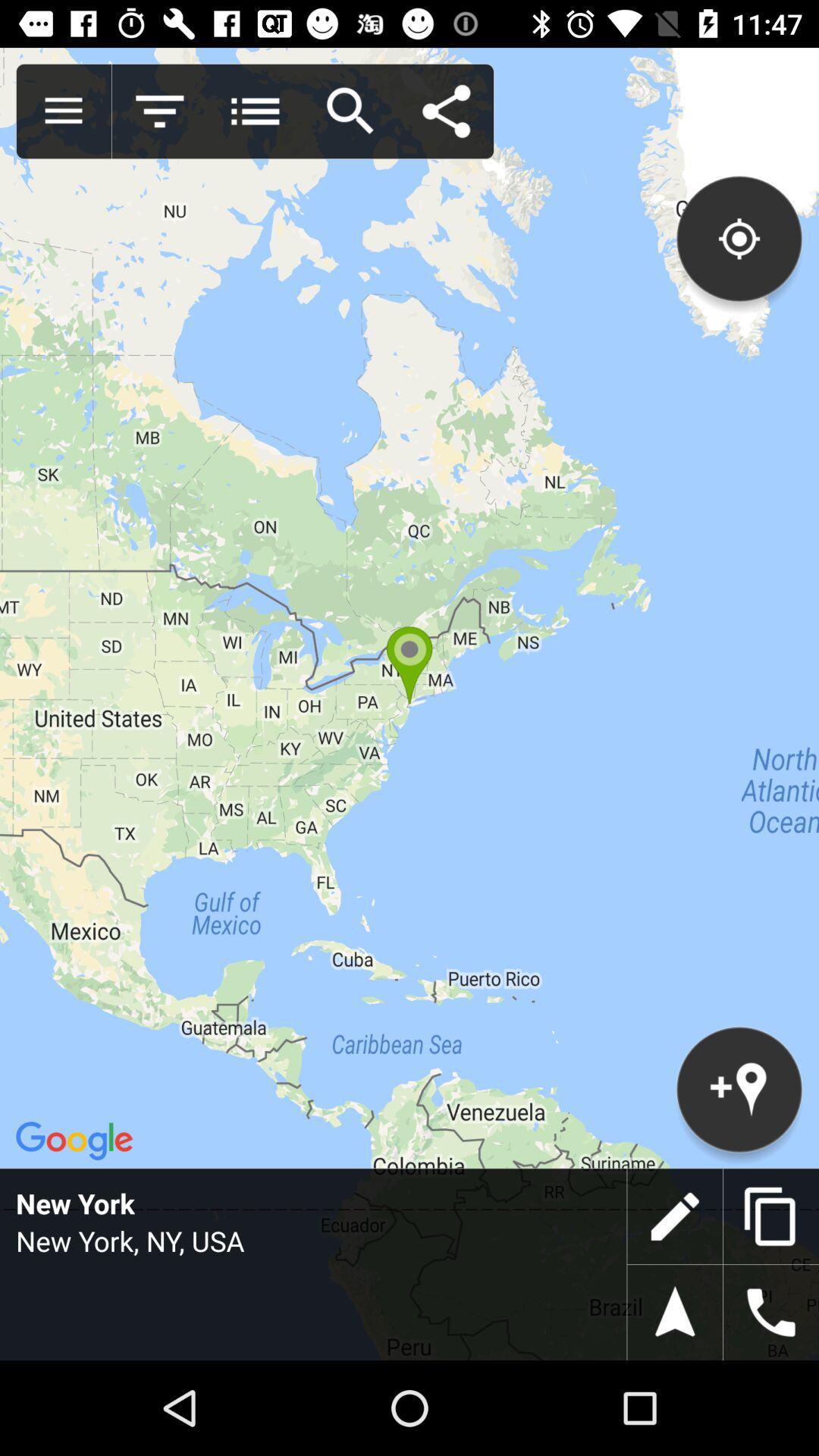 The height and width of the screenshot is (1456, 819). Describe the element at coordinates (350, 111) in the screenshot. I see `search` at that location.